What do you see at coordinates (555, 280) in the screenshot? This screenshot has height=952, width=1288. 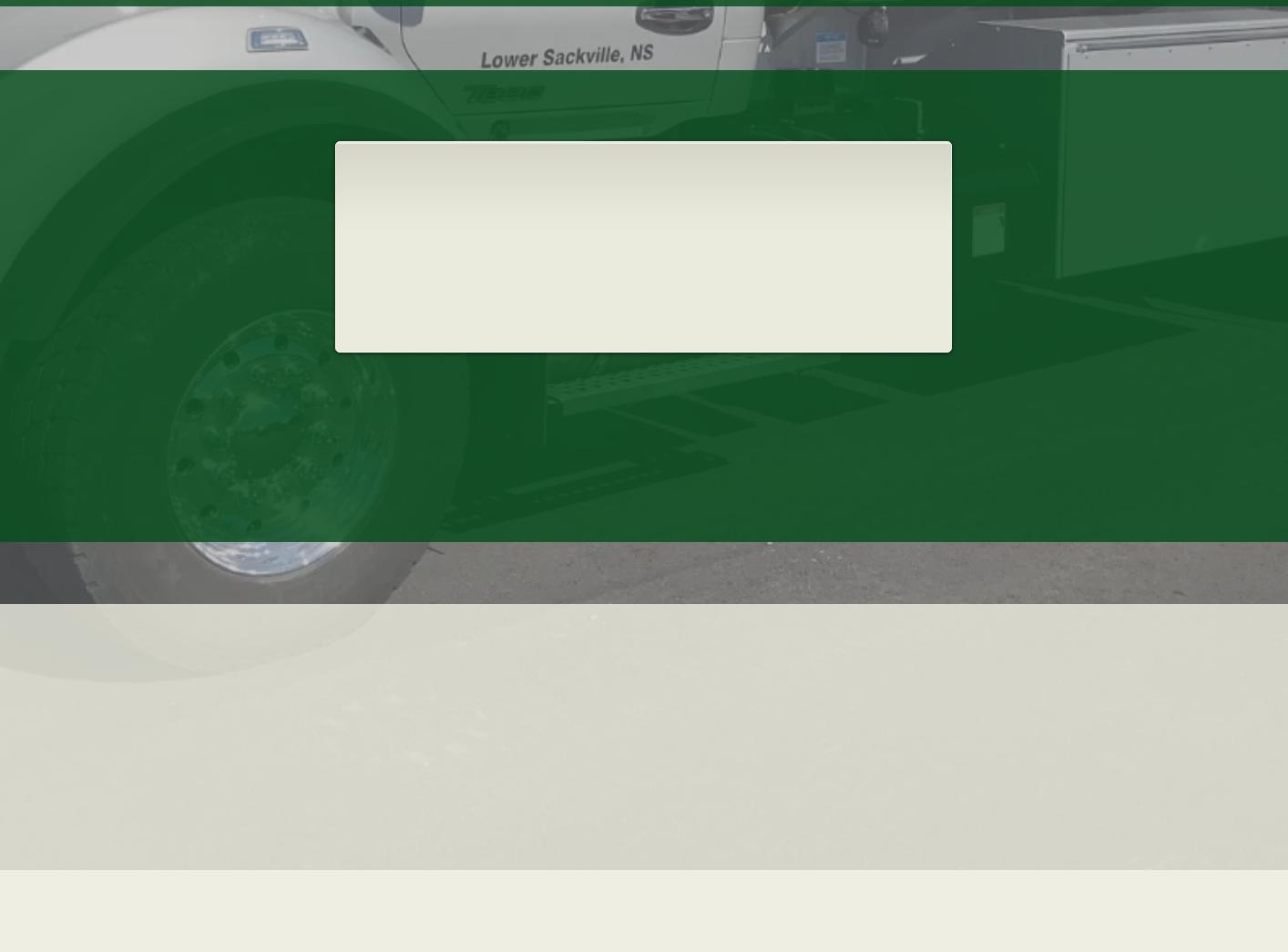 I see `'Peace of Mind Monitors & Tank/Equip'` at bounding box center [555, 280].